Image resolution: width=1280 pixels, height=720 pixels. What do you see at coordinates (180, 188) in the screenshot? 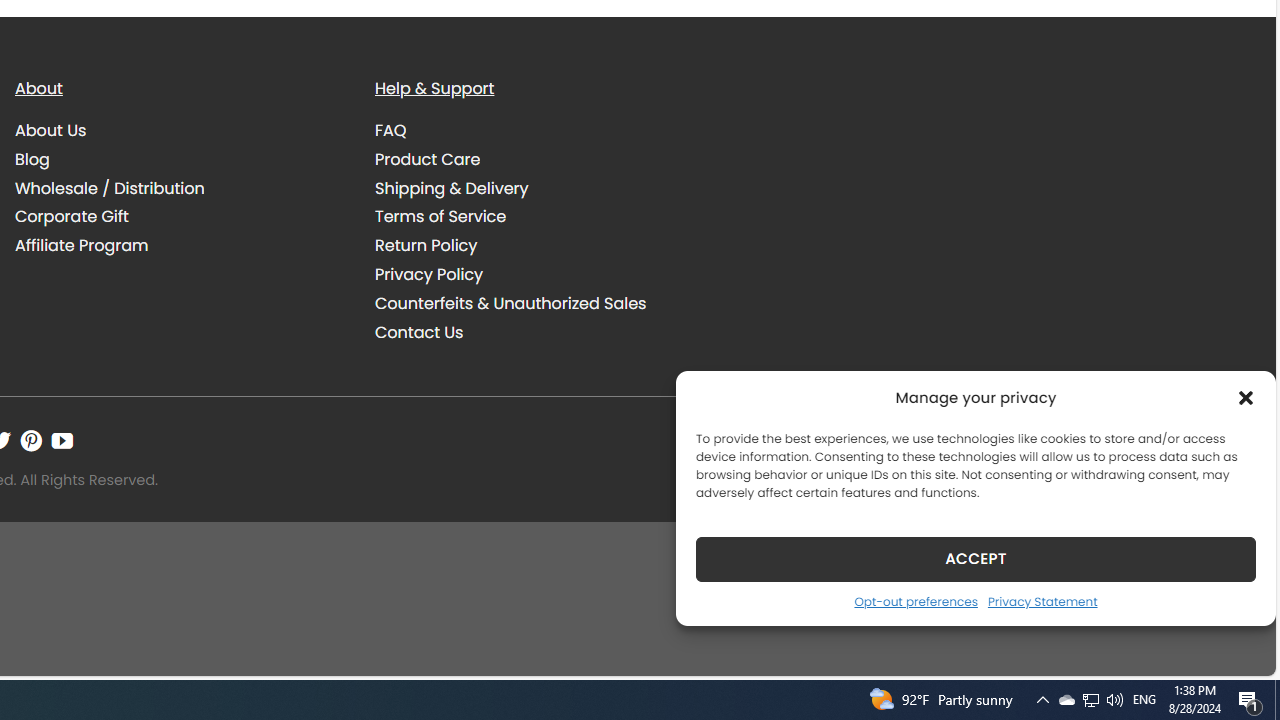
I see `'Wholesale / Distribution'` at bounding box center [180, 188].